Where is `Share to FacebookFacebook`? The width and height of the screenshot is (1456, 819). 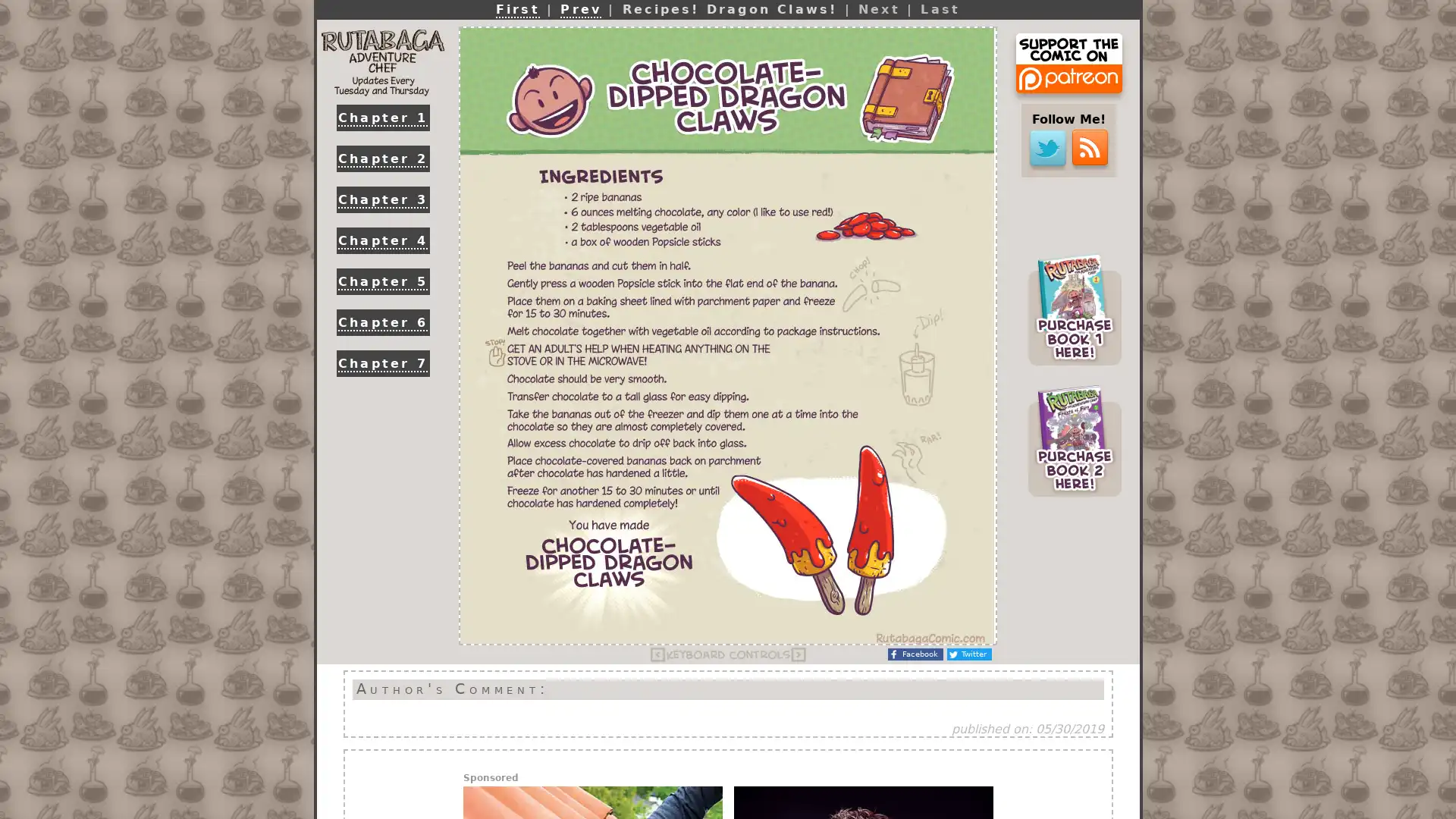 Share to FacebookFacebook is located at coordinates (915, 654).